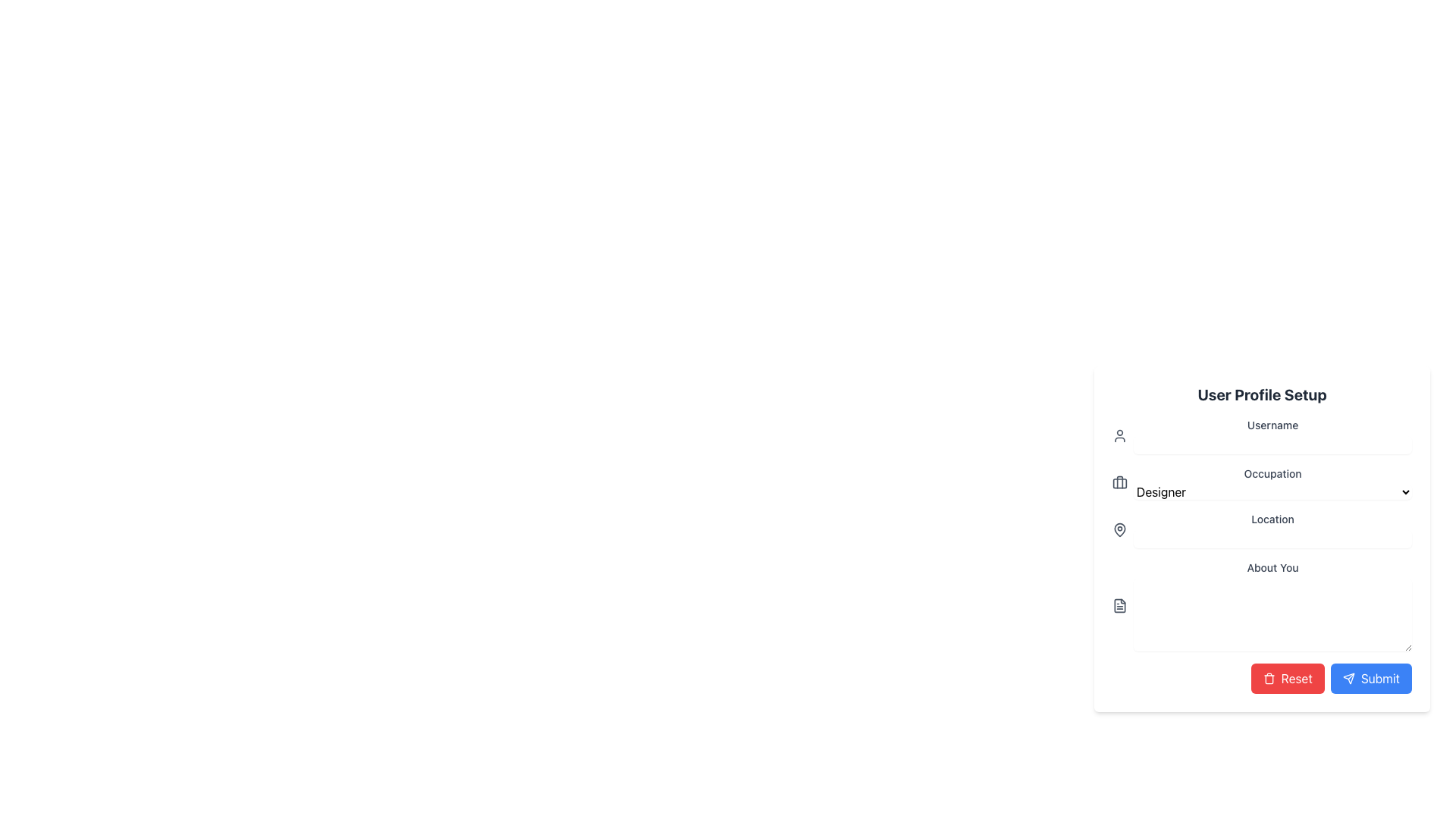 This screenshot has width=1456, height=819. What do you see at coordinates (1272, 472) in the screenshot?
I see `the 'Occupation' text label in the 'User Profile Setup' section, which is styled in gray and positioned above the dropdown field` at bounding box center [1272, 472].